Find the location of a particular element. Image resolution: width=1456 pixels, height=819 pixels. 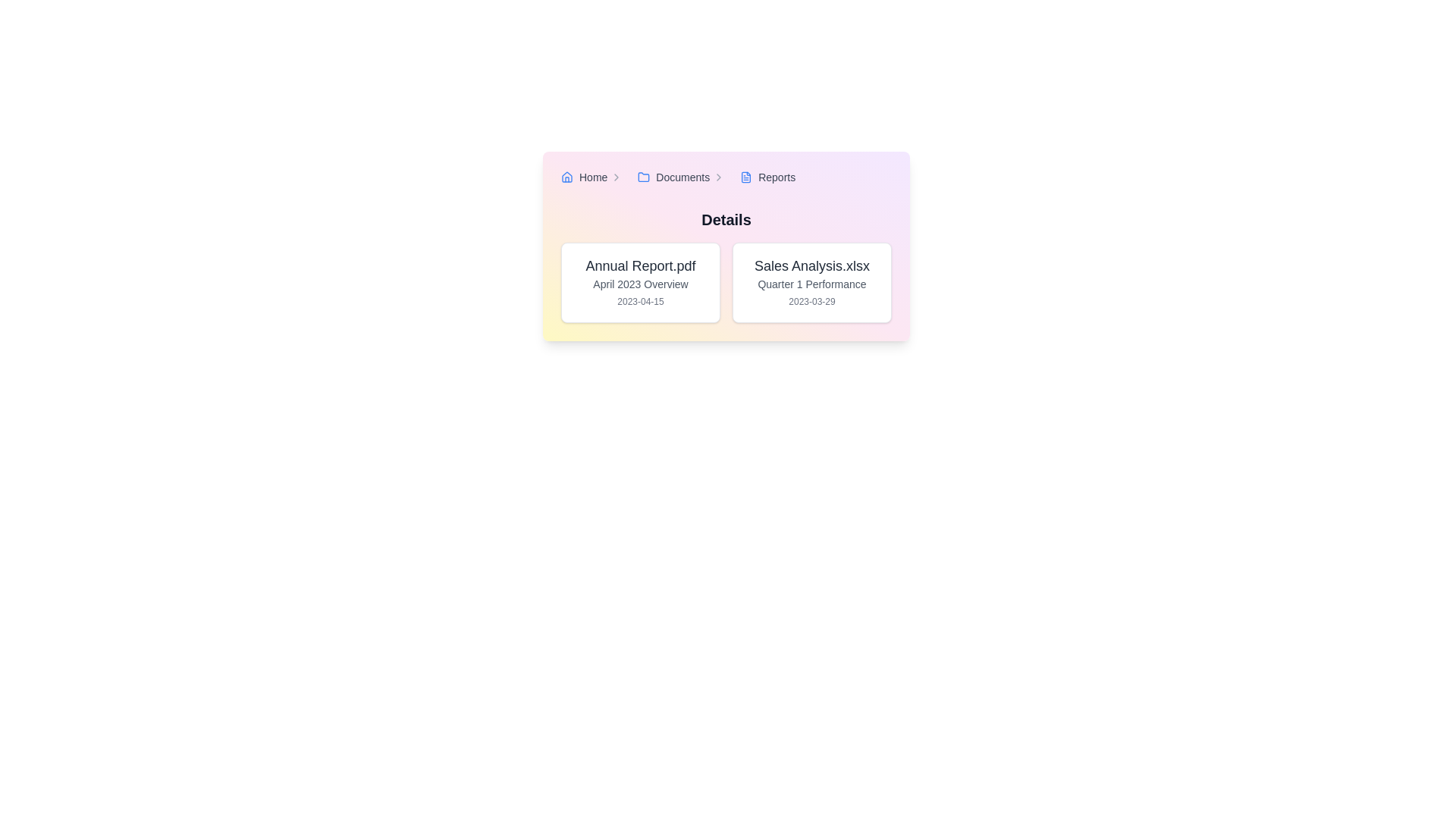

the Breadcrumb navigation link that consists of a blue folder icon followed by the text 'Documents' is located at coordinates (682, 177).